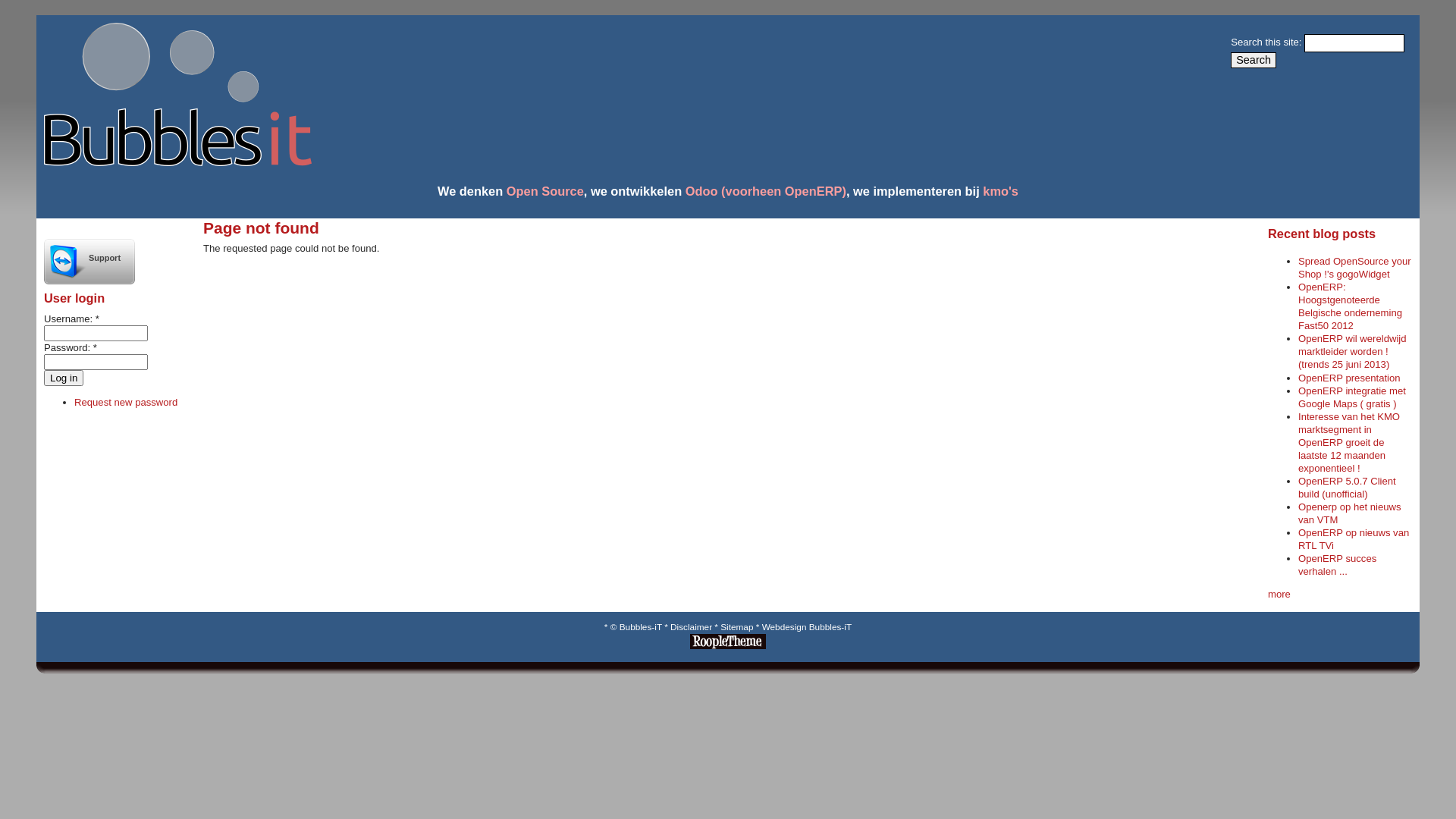 Image resolution: width=1456 pixels, height=819 pixels. I want to click on 'Openerp op het nieuws van VTM', so click(1350, 513).